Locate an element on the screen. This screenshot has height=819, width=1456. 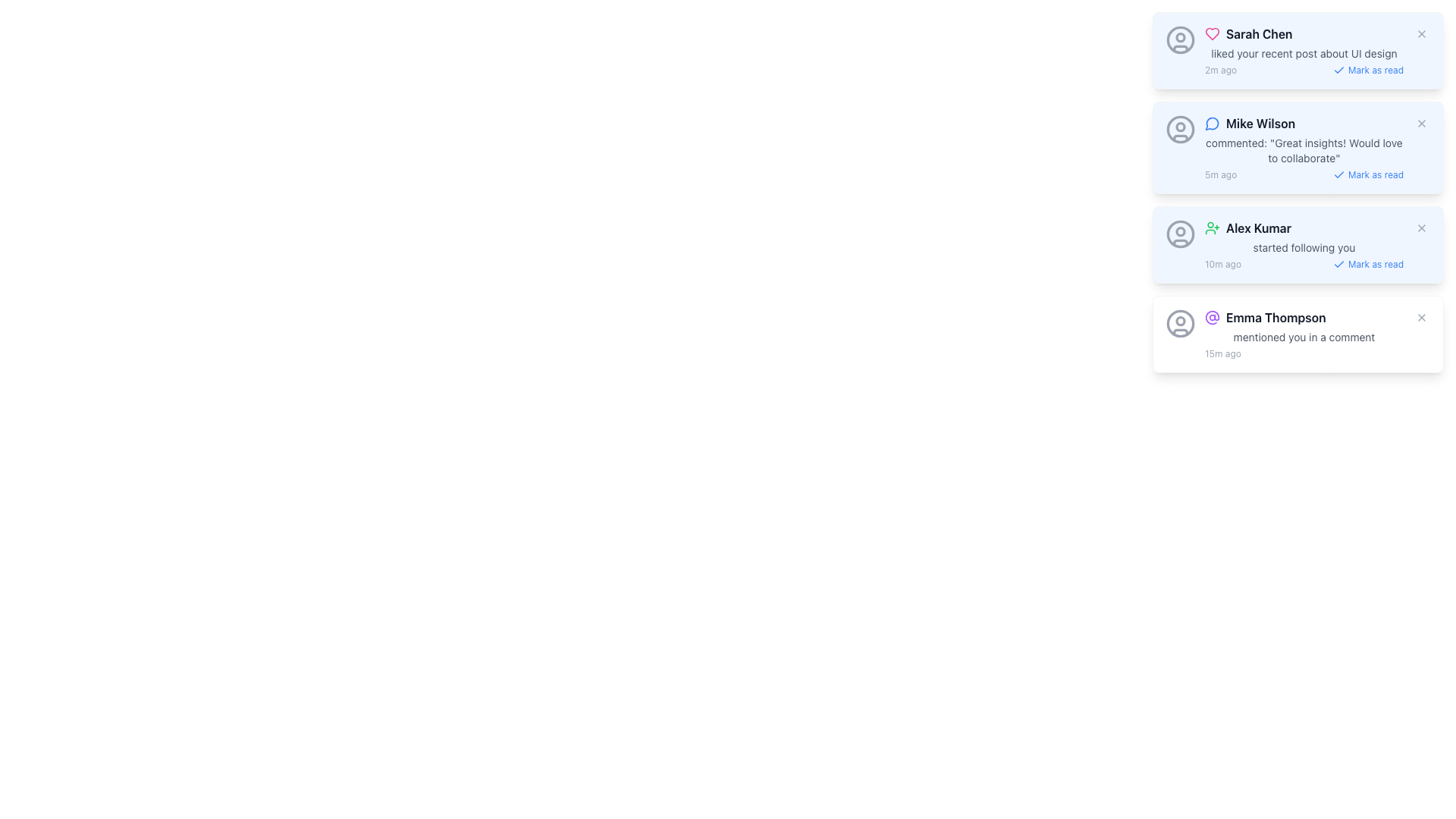
the dismiss button located at the top-right corner of the notification card for 'Mike Wilson' is located at coordinates (1421, 122).